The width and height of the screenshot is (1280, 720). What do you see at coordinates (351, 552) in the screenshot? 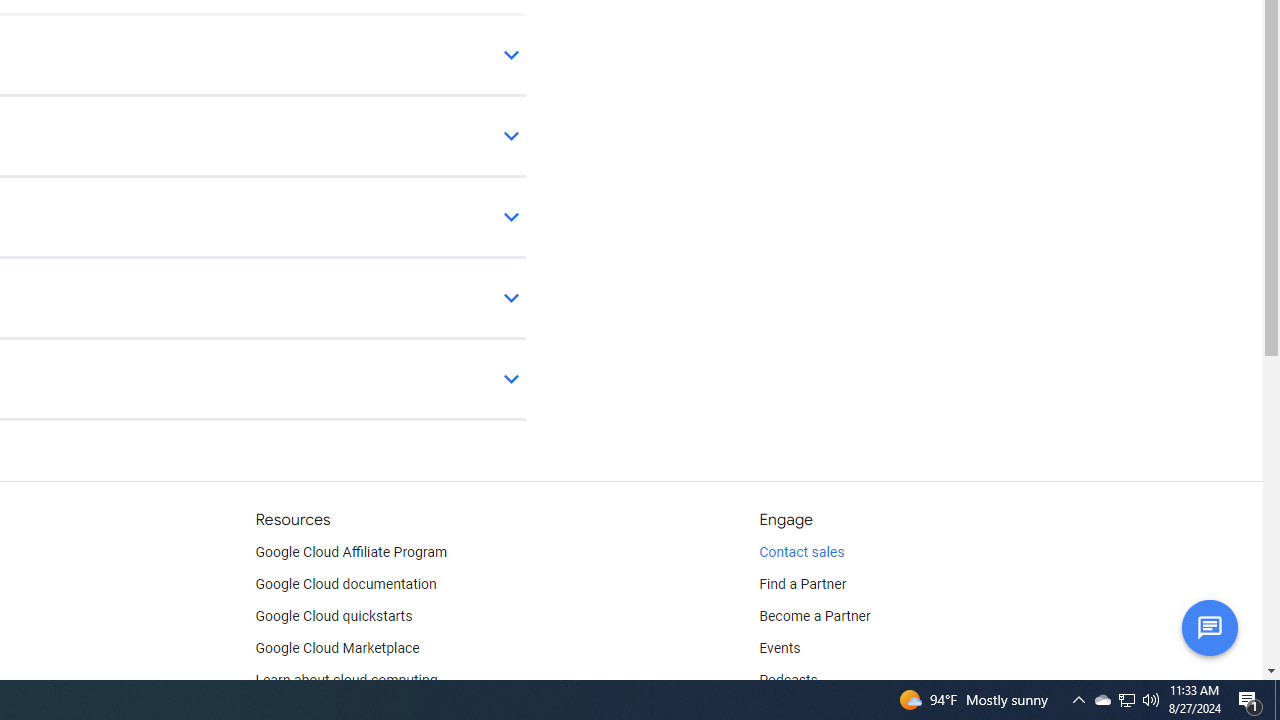
I see `'Google Cloud Affiliate Program'` at bounding box center [351, 552].